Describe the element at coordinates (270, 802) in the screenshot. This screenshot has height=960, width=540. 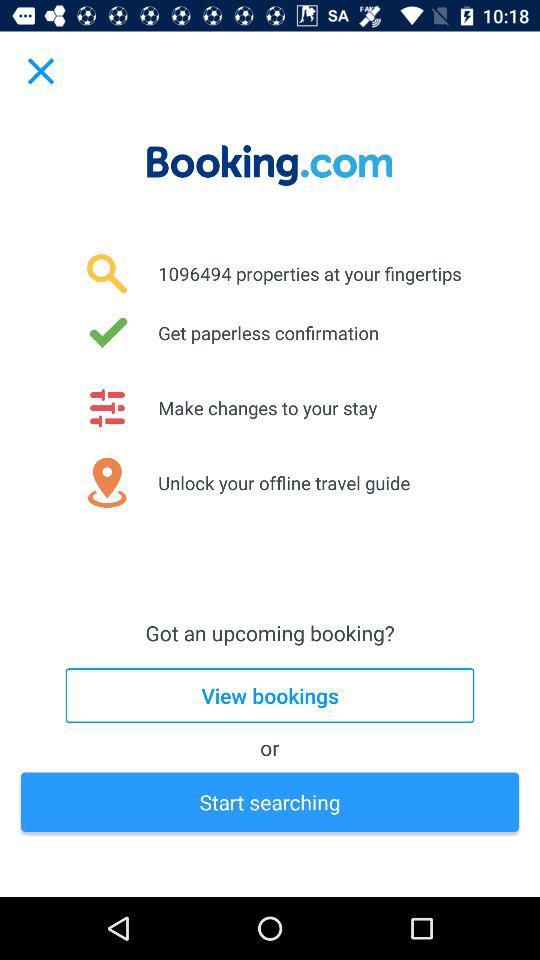
I see `item below the or` at that location.